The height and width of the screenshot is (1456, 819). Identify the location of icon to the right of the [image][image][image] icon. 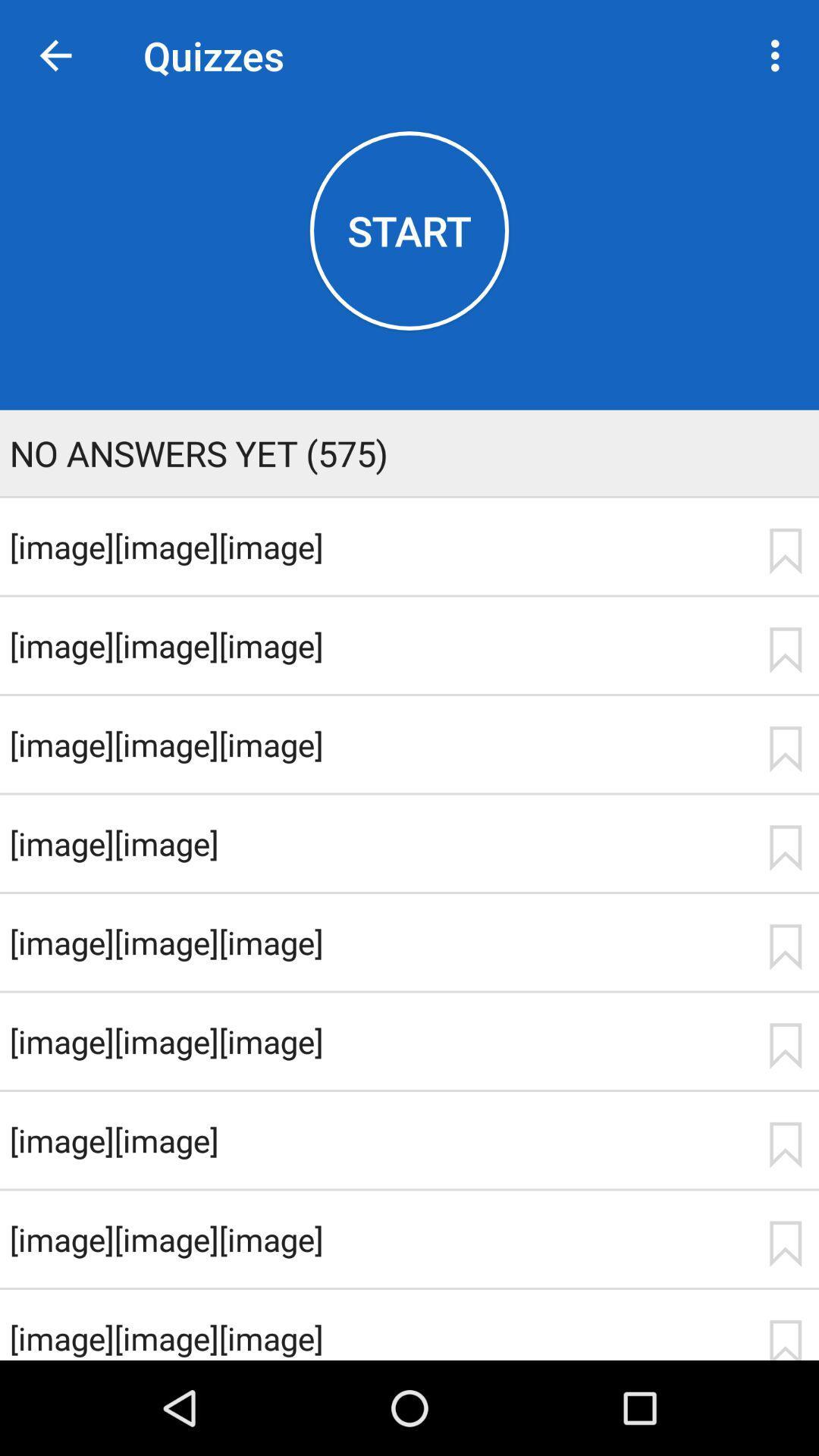
(785, 1339).